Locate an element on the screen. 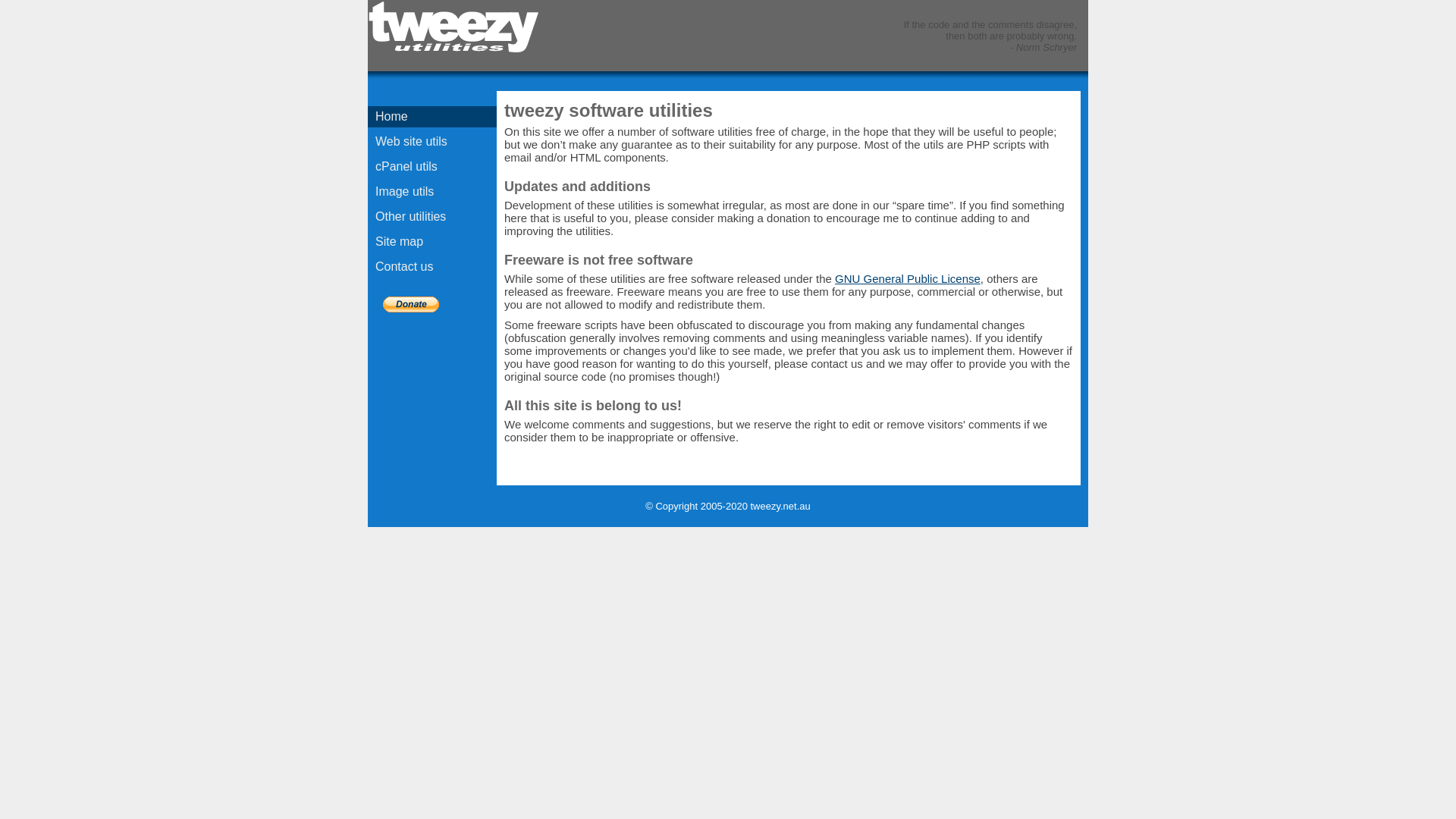  'cPanel utils' is located at coordinates (431, 166).